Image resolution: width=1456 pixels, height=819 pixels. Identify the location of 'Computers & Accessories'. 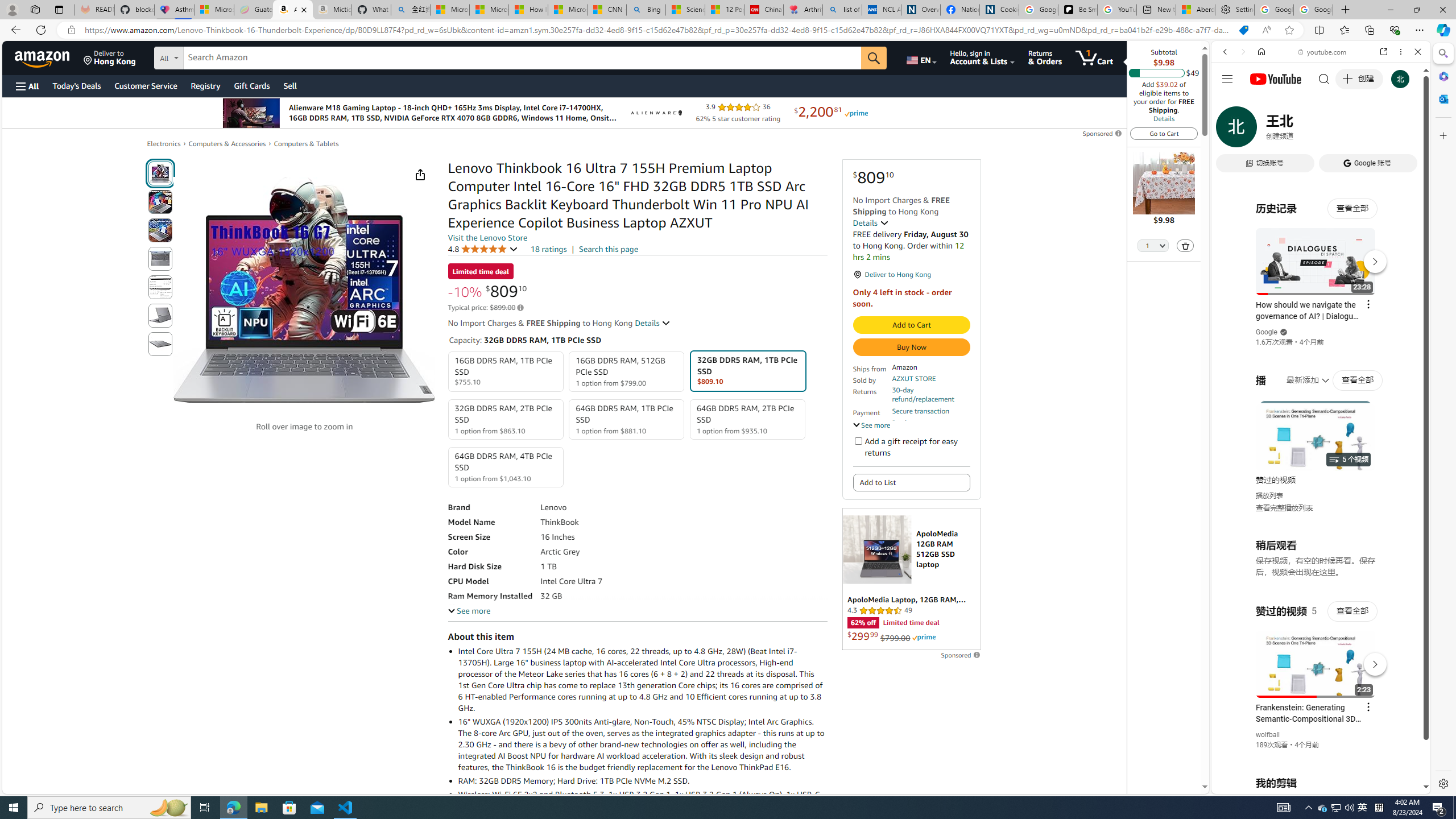
(227, 143).